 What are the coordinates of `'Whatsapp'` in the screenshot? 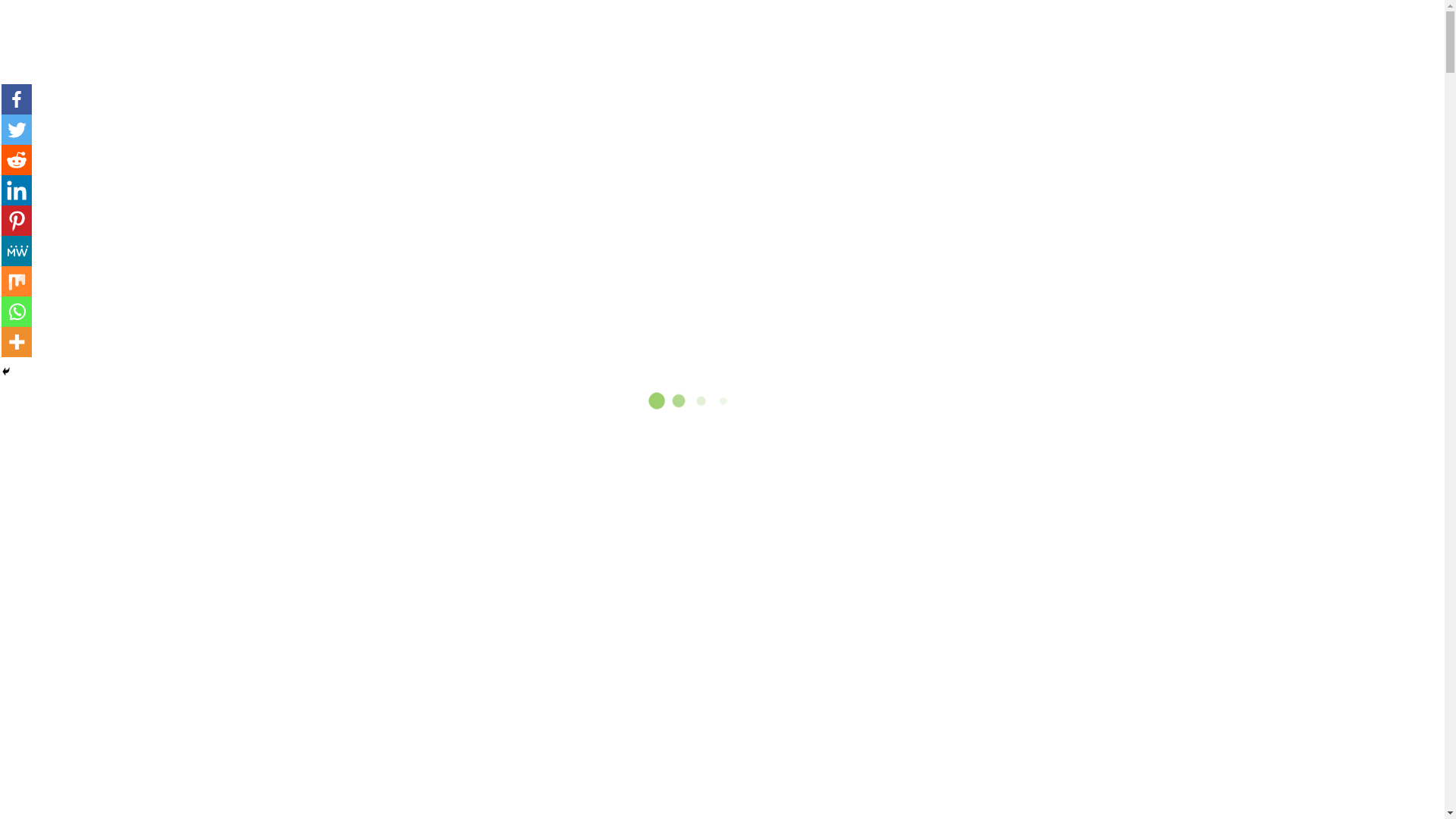 It's located at (17, 311).